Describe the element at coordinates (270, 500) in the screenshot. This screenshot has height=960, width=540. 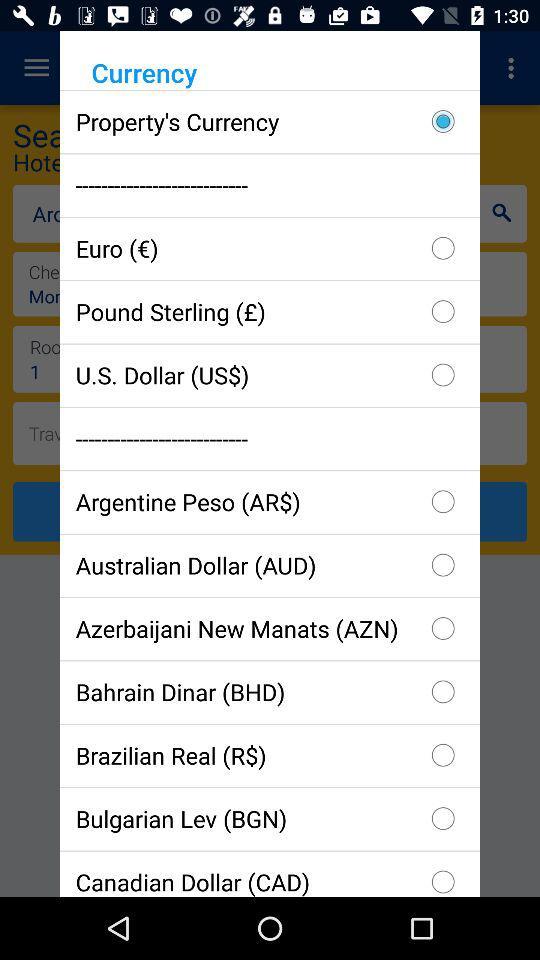
I see `the checkbox above the australian dollar (aud) item` at that location.